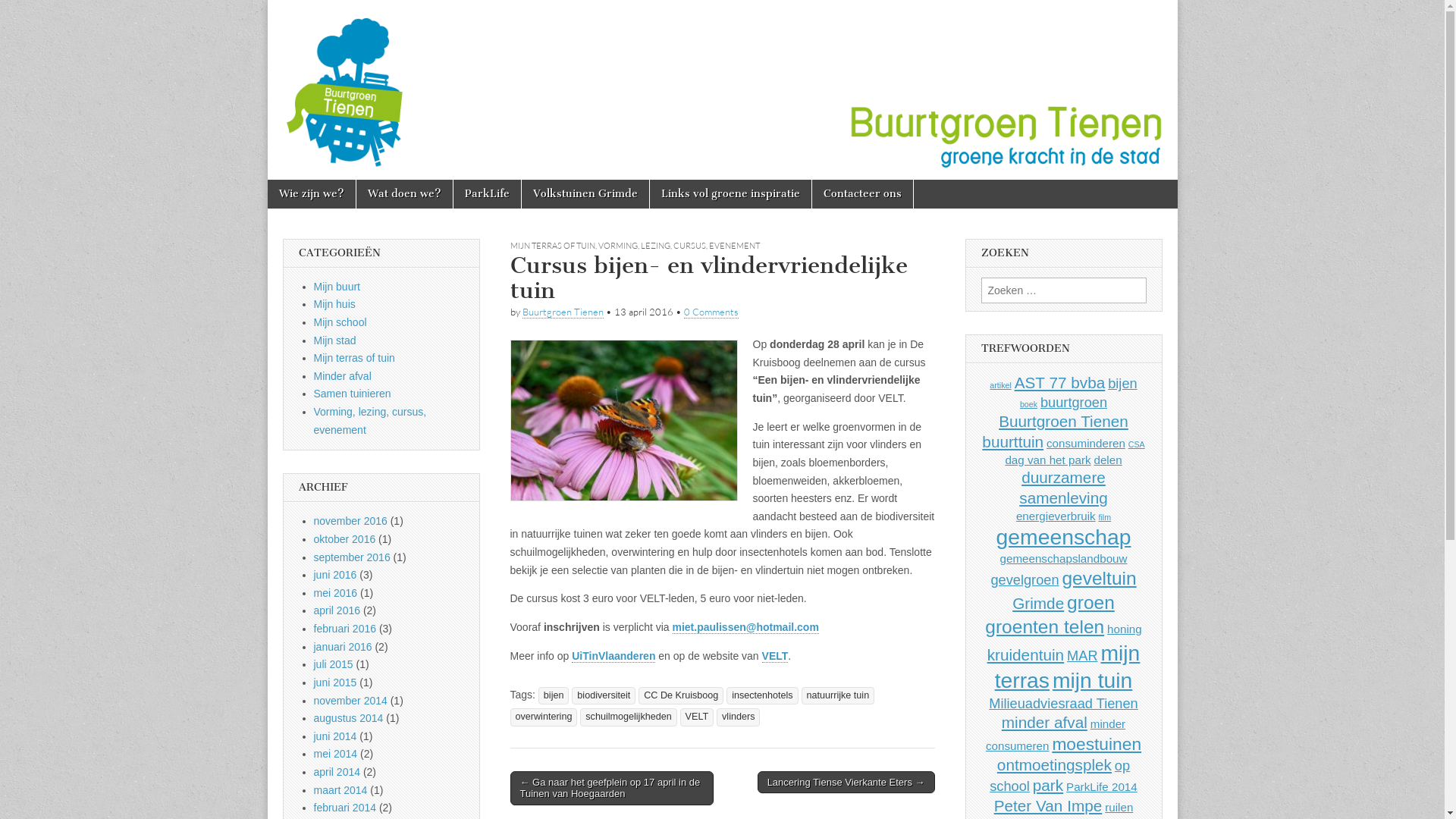  What do you see at coordinates (1012, 441) in the screenshot?
I see `'buurttuin'` at bounding box center [1012, 441].